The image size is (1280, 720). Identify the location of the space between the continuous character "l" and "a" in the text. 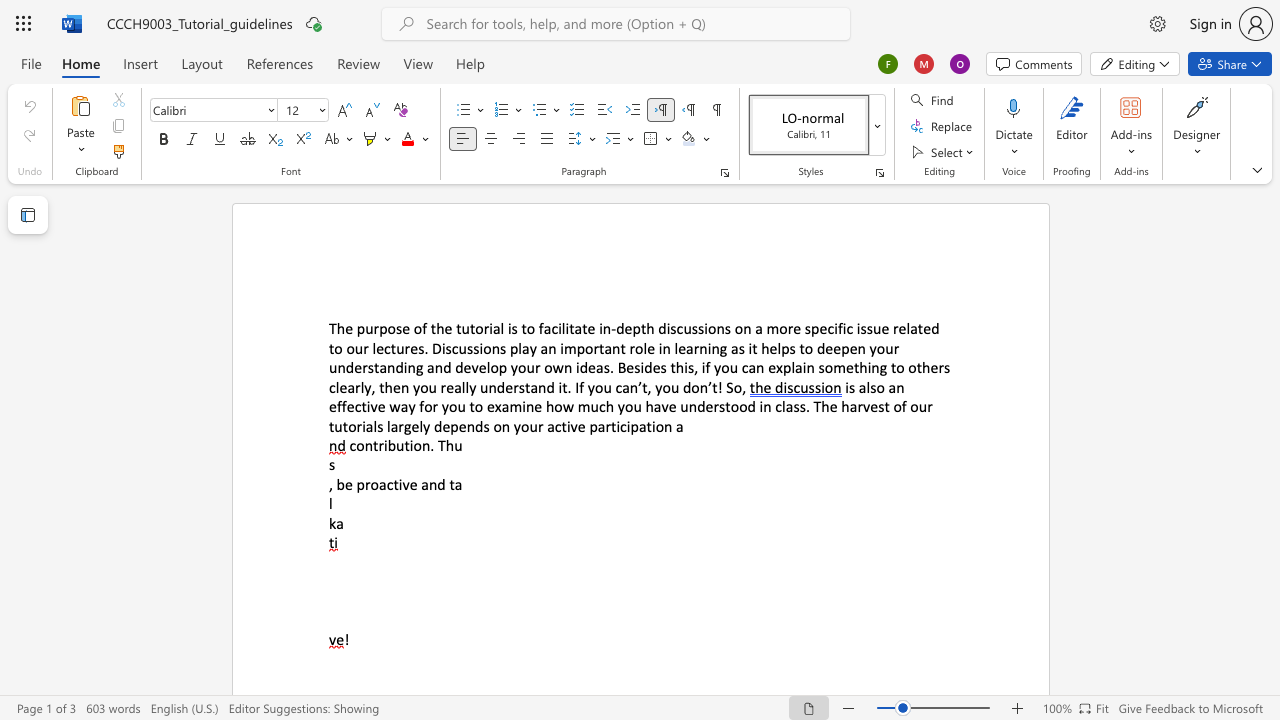
(391, 425).